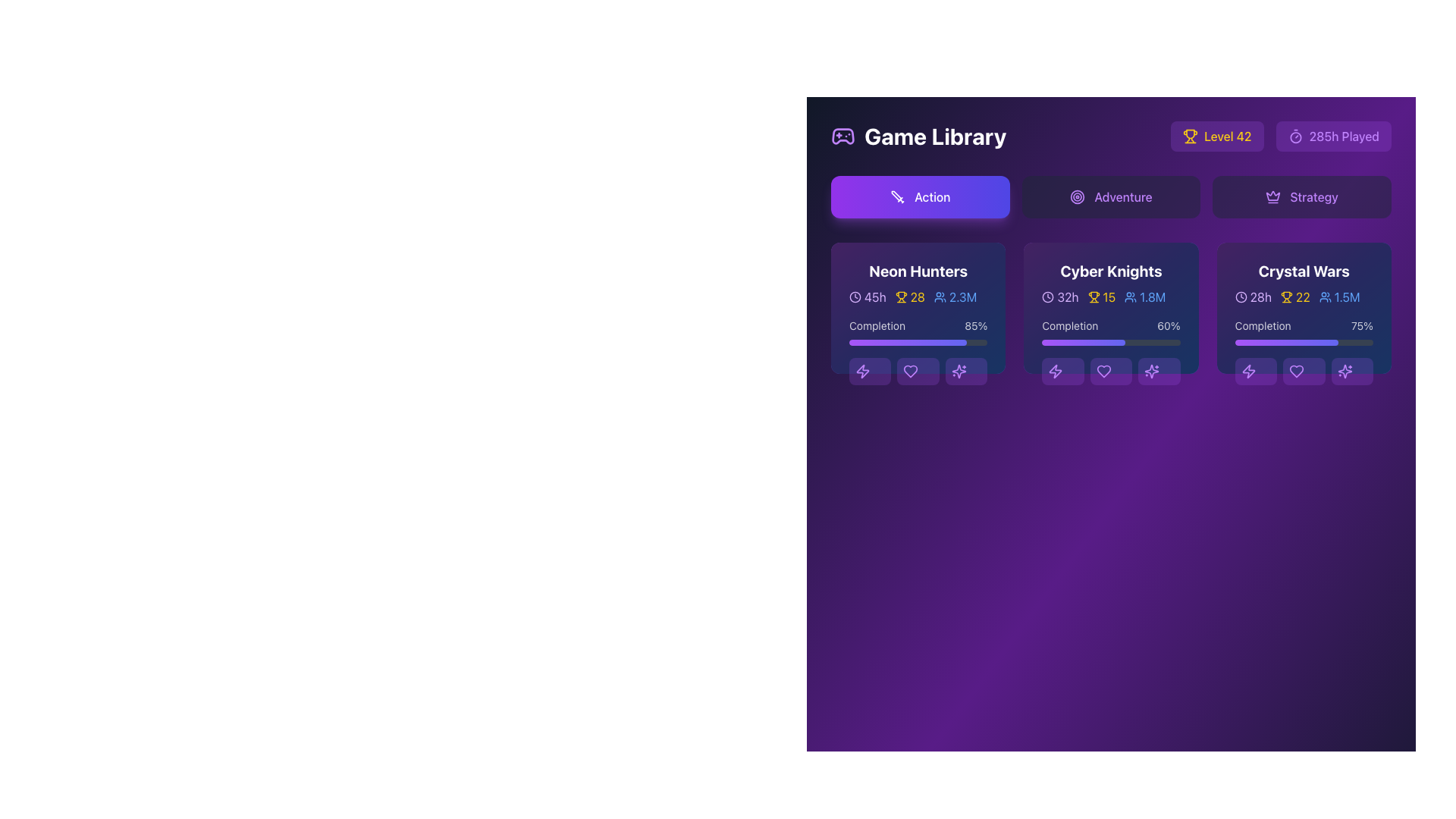 The width and height of the screenshot is (1456, 819). Describe the element at coordinates (918, 136) in the screenshot. I see `the header or title icon for the 'Game Library' section` at that location.